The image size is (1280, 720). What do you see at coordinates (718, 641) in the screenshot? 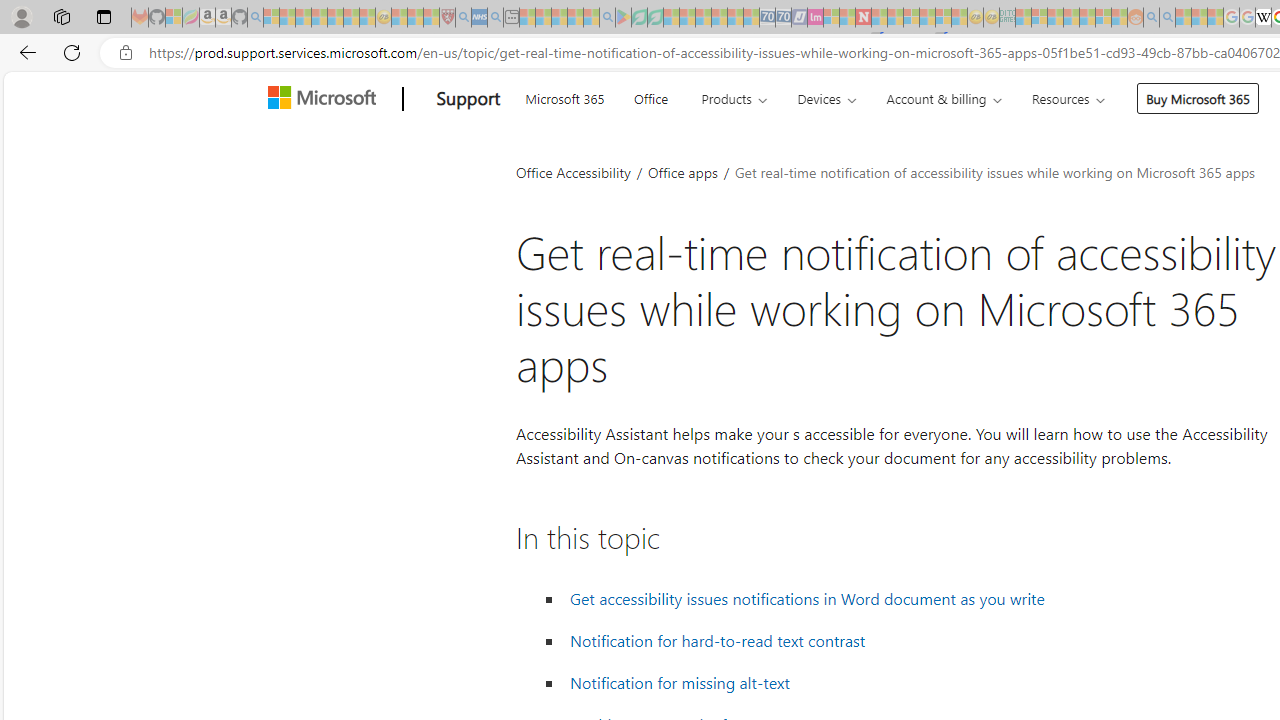
I see `' Notification for hard-to-read text contrast'` at bounding box center [718, 641].